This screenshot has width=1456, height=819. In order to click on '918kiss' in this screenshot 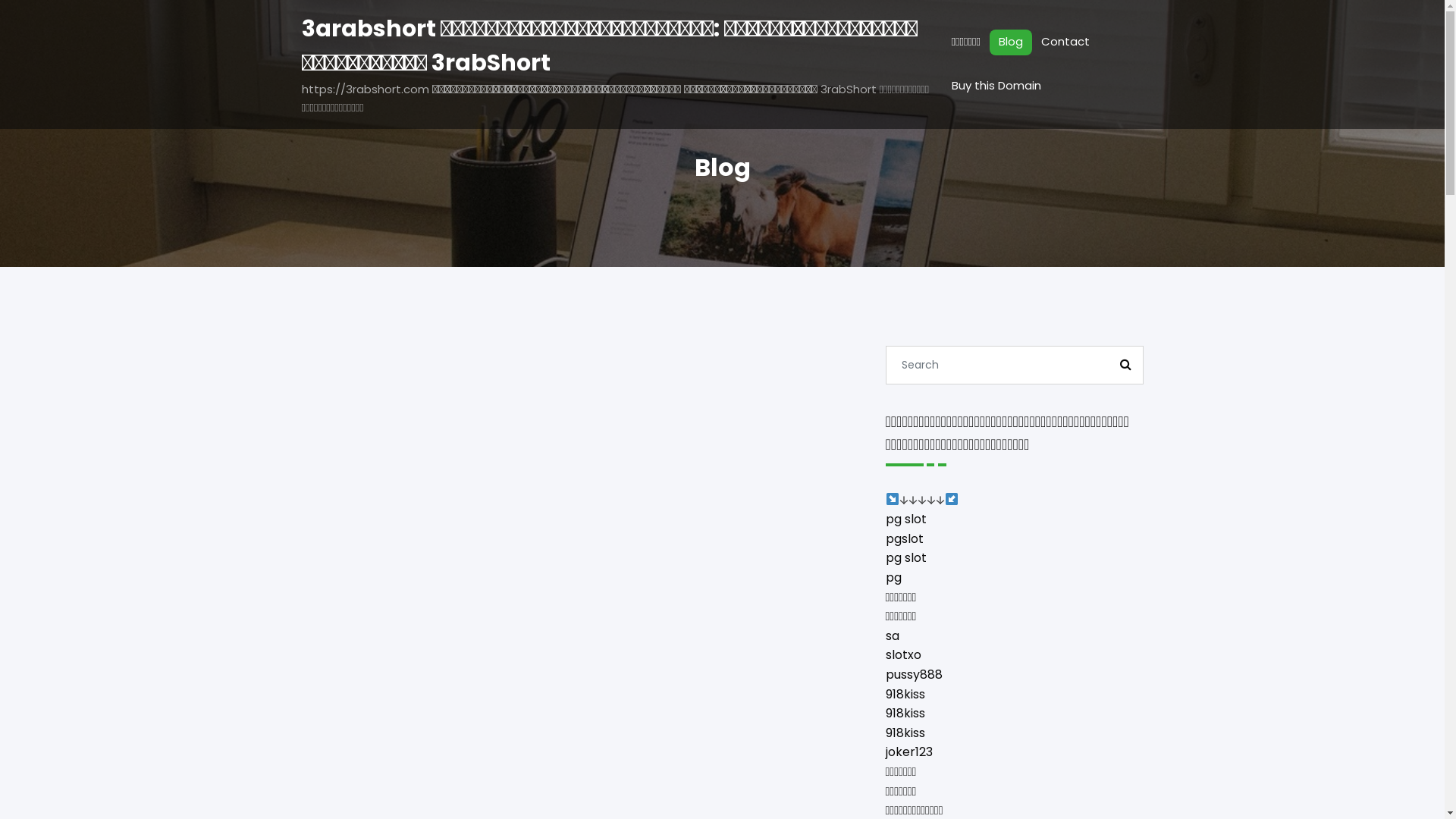, I will do `click(905, 732)`.